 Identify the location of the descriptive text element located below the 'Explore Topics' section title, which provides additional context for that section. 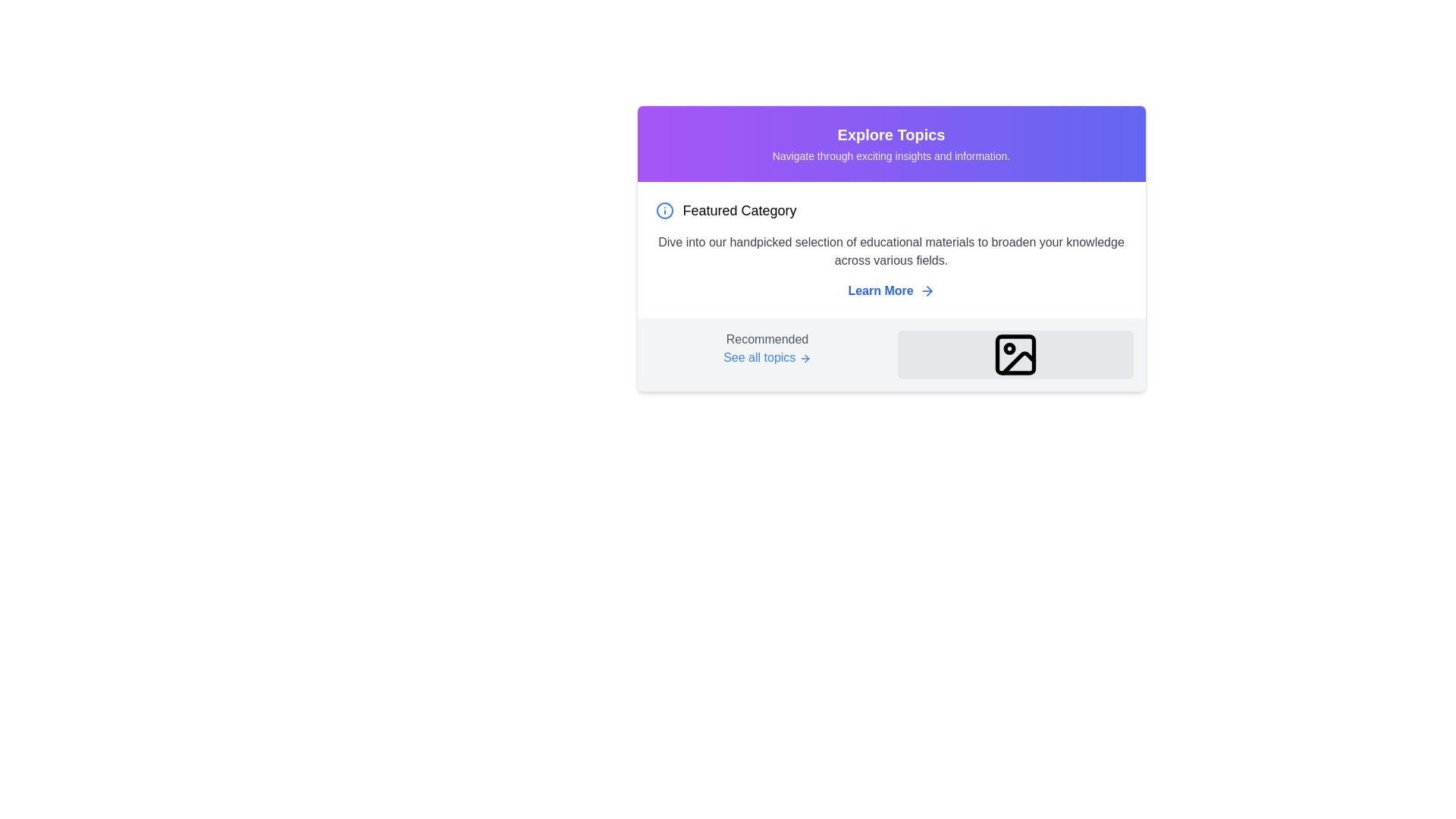
(891, 155).